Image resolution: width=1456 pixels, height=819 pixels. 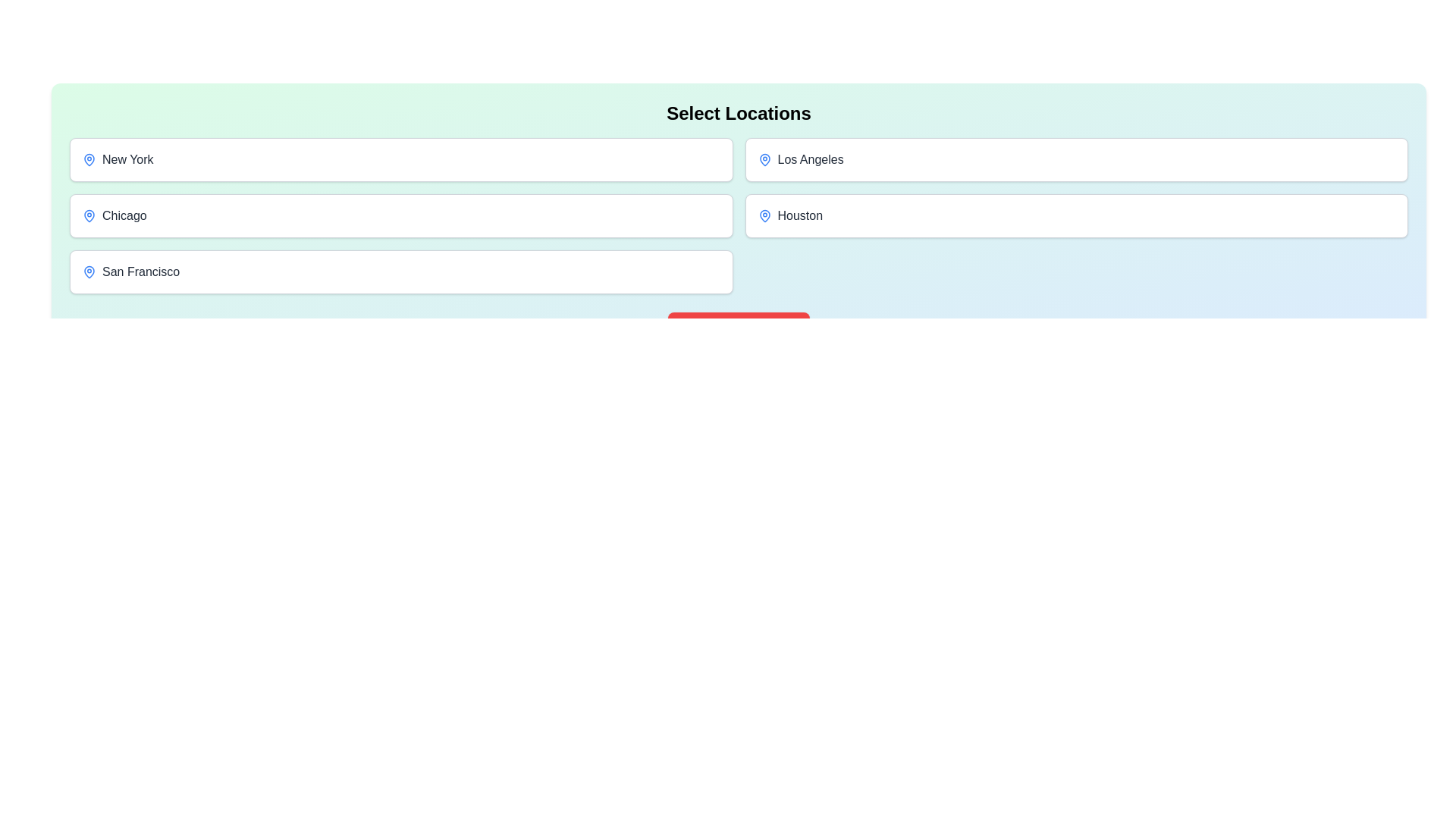 I want to click on the button corresponding to the location Chicago, so click(x=401, y=216).